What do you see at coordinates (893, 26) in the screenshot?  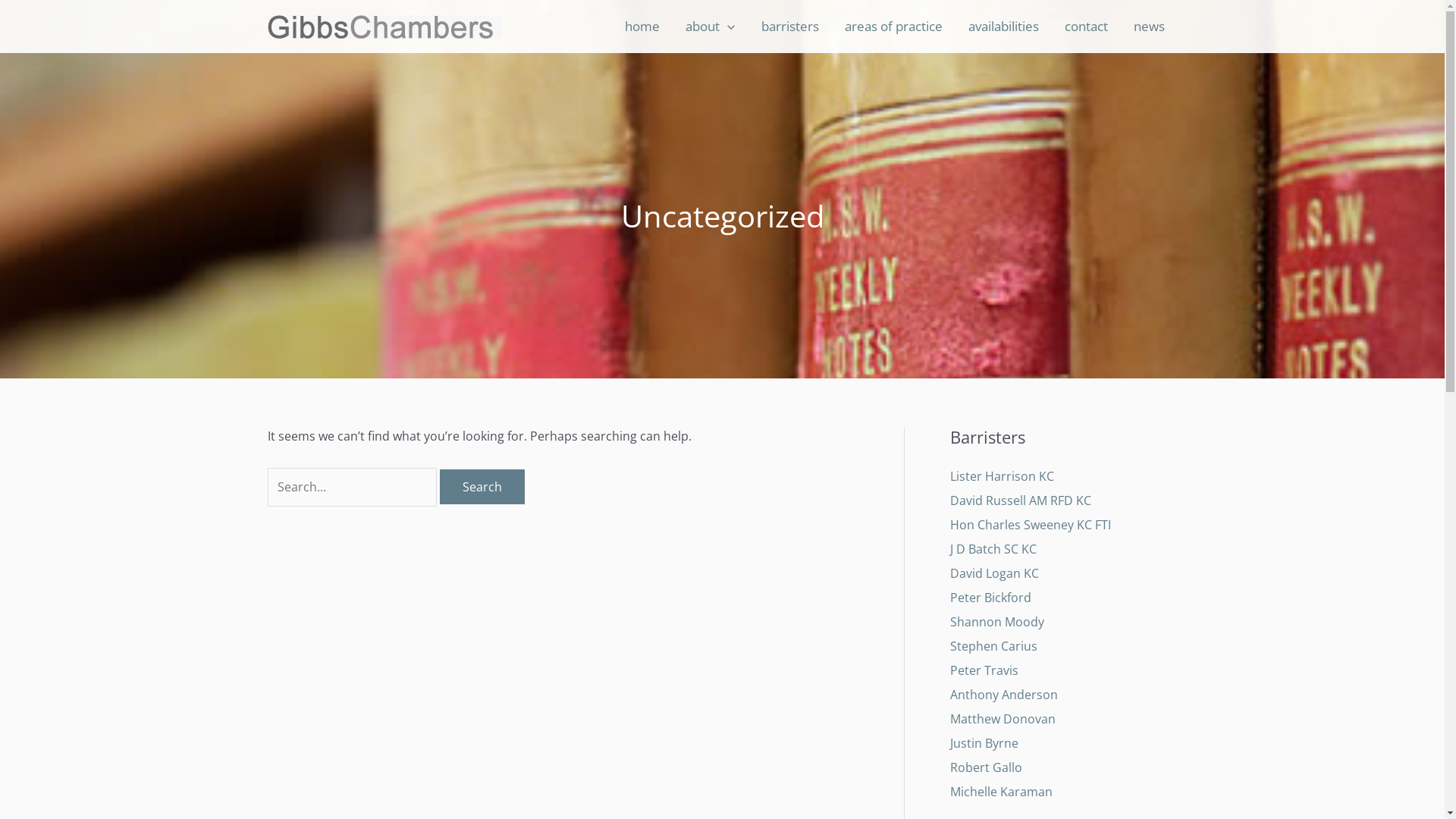 I see `'areas of practice'` at bounding box center [893, 26].